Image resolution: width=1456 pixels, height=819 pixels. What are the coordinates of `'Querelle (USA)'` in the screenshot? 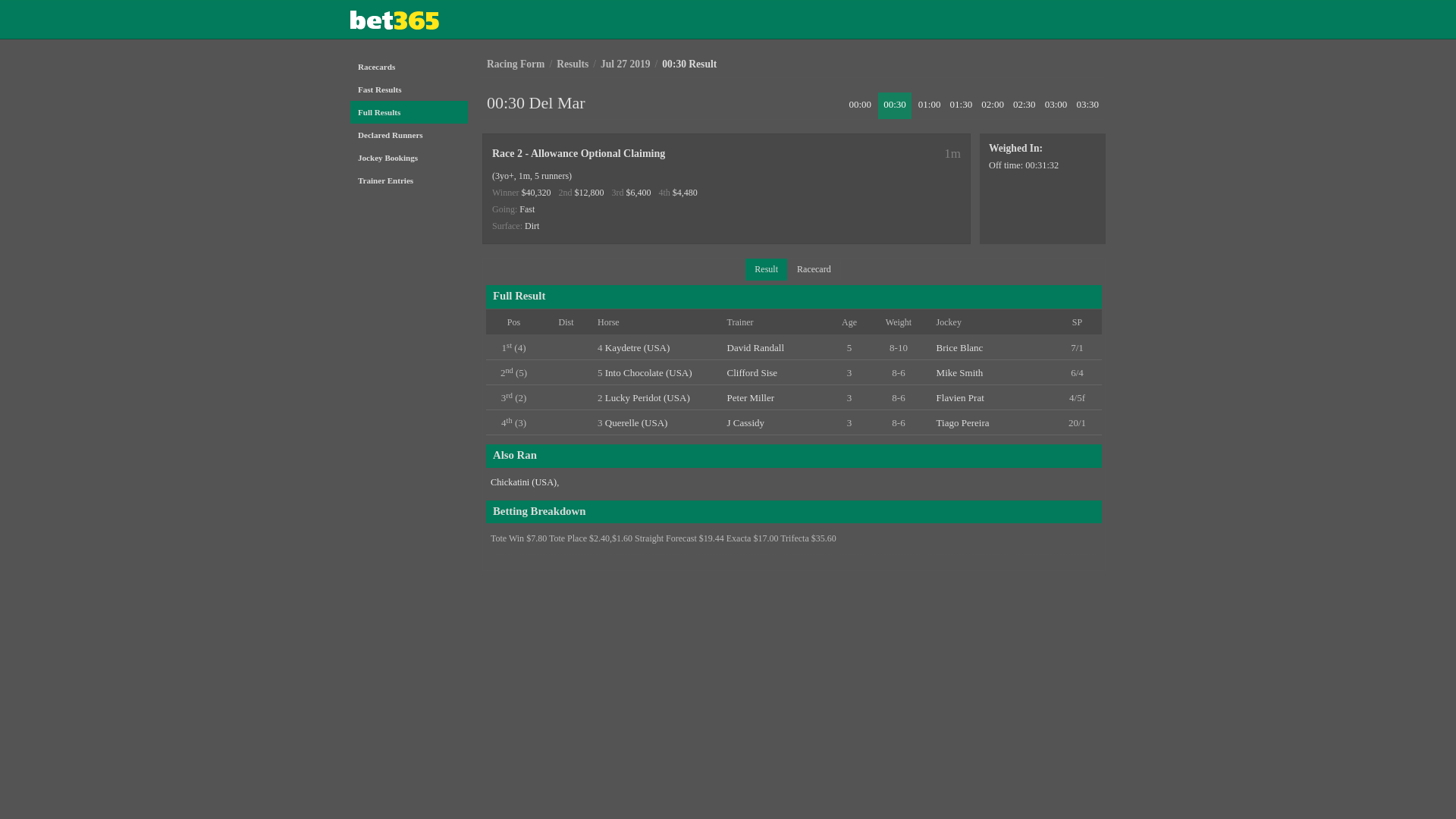 It's located at (636, 422).